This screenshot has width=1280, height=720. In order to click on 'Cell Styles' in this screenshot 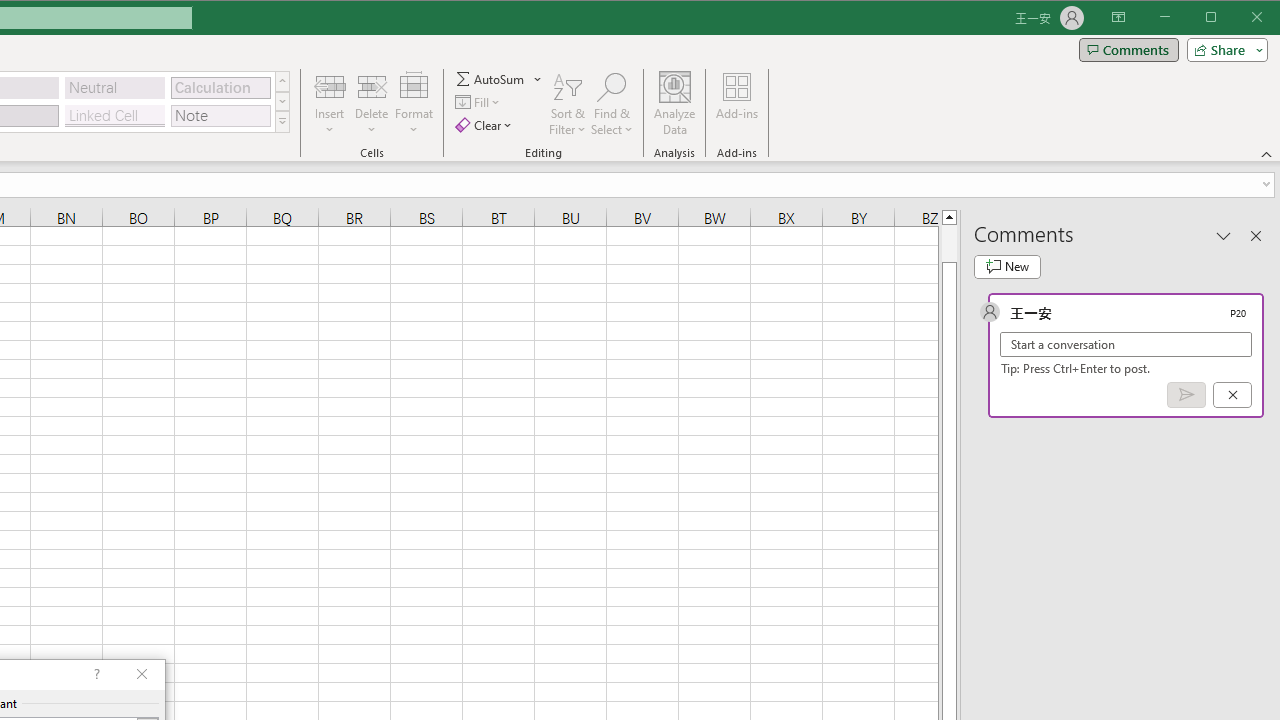, I will do `click(281, 122)`.